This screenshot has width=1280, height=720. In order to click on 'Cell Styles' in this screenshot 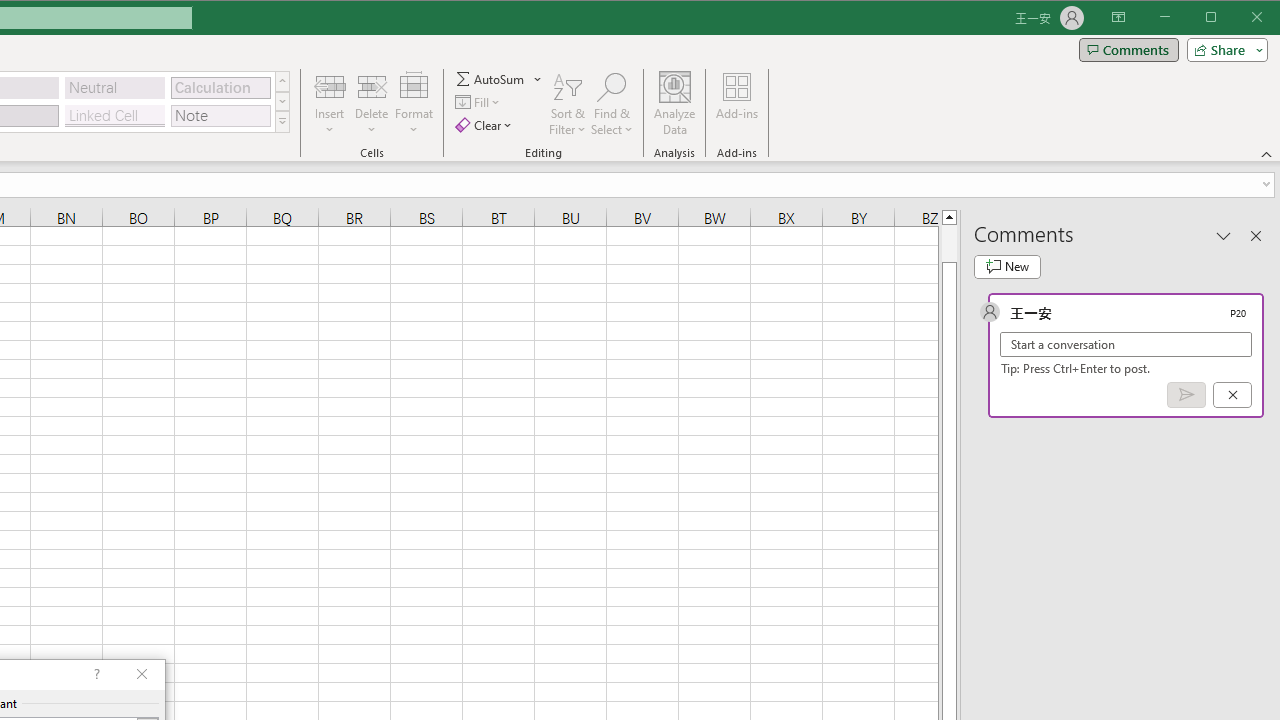, I will do `click(281, 122)`.